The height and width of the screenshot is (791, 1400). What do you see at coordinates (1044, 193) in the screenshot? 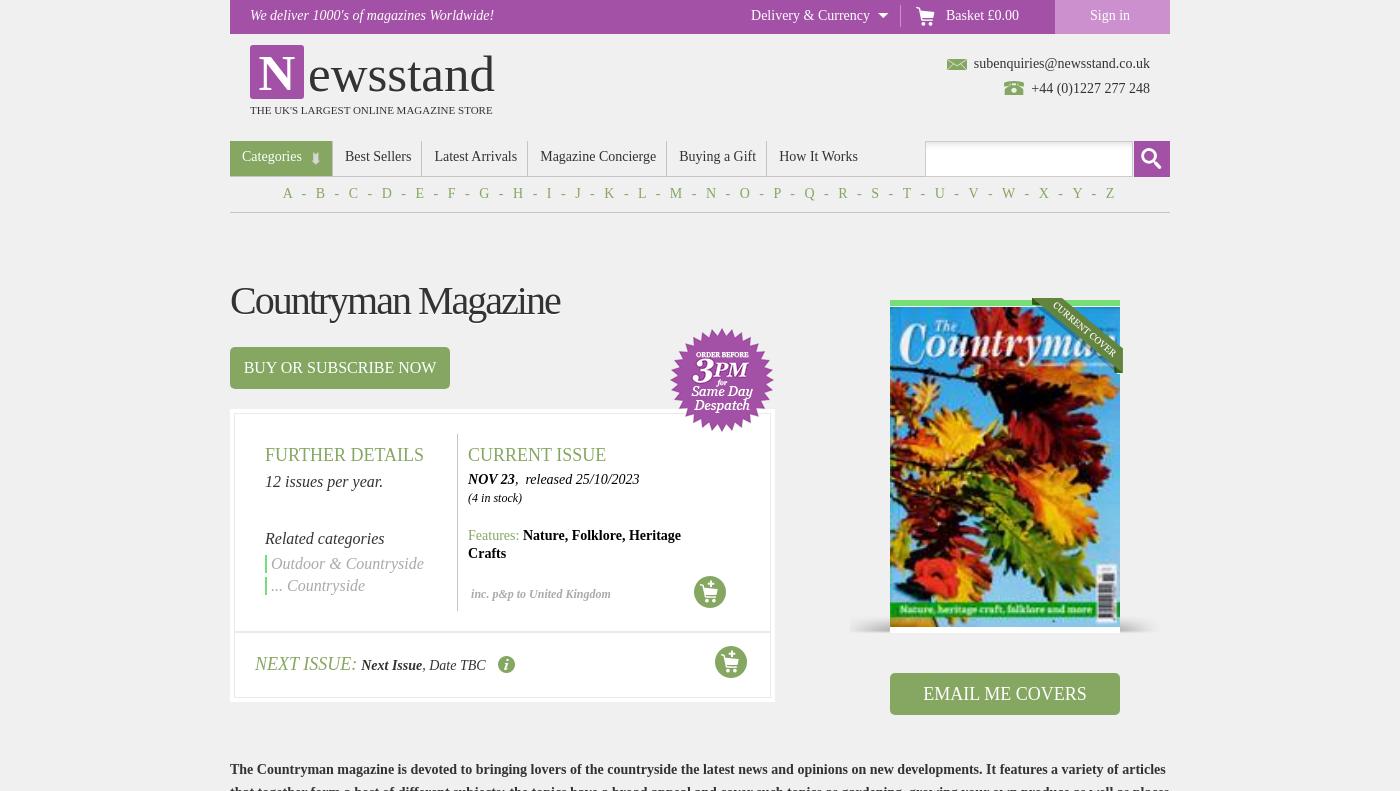
I see `'X'` at bounding box center [1044, 193].